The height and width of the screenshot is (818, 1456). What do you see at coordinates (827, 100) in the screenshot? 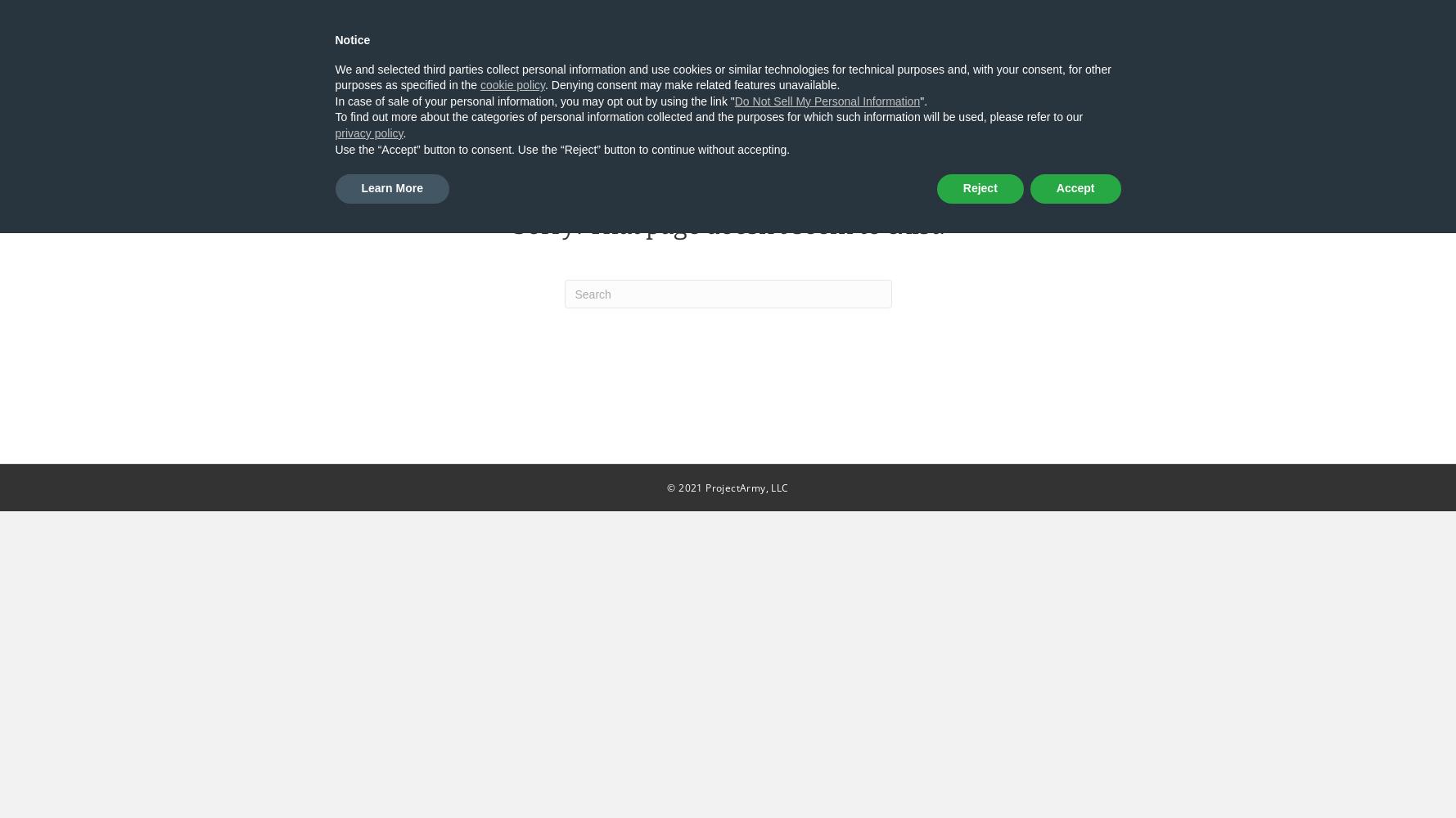
I see `'Do Not Sell My Personal Information'` at bounding box center [827, 100].